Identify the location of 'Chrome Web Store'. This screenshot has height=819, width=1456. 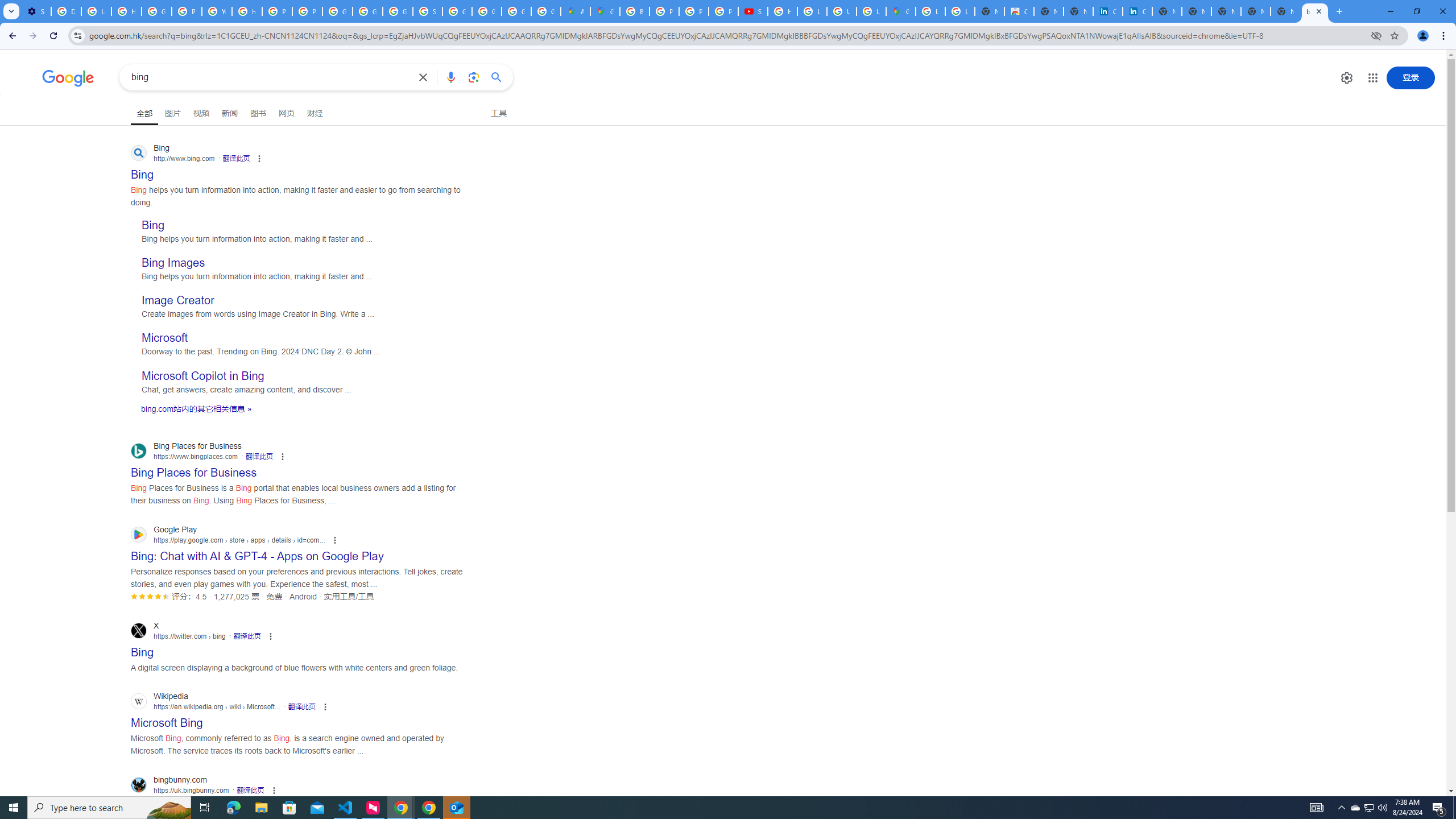
(1019, 11).